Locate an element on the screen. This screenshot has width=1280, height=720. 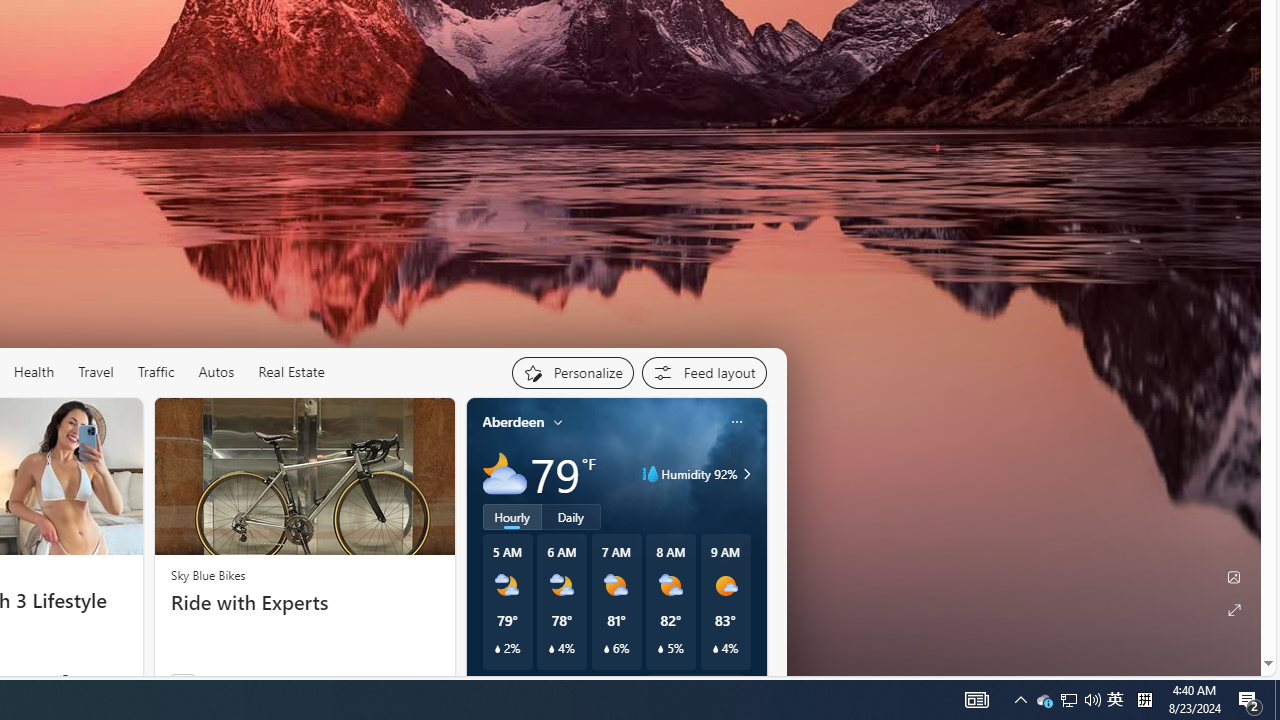
'Autos' is located at coordinates (216, 371).